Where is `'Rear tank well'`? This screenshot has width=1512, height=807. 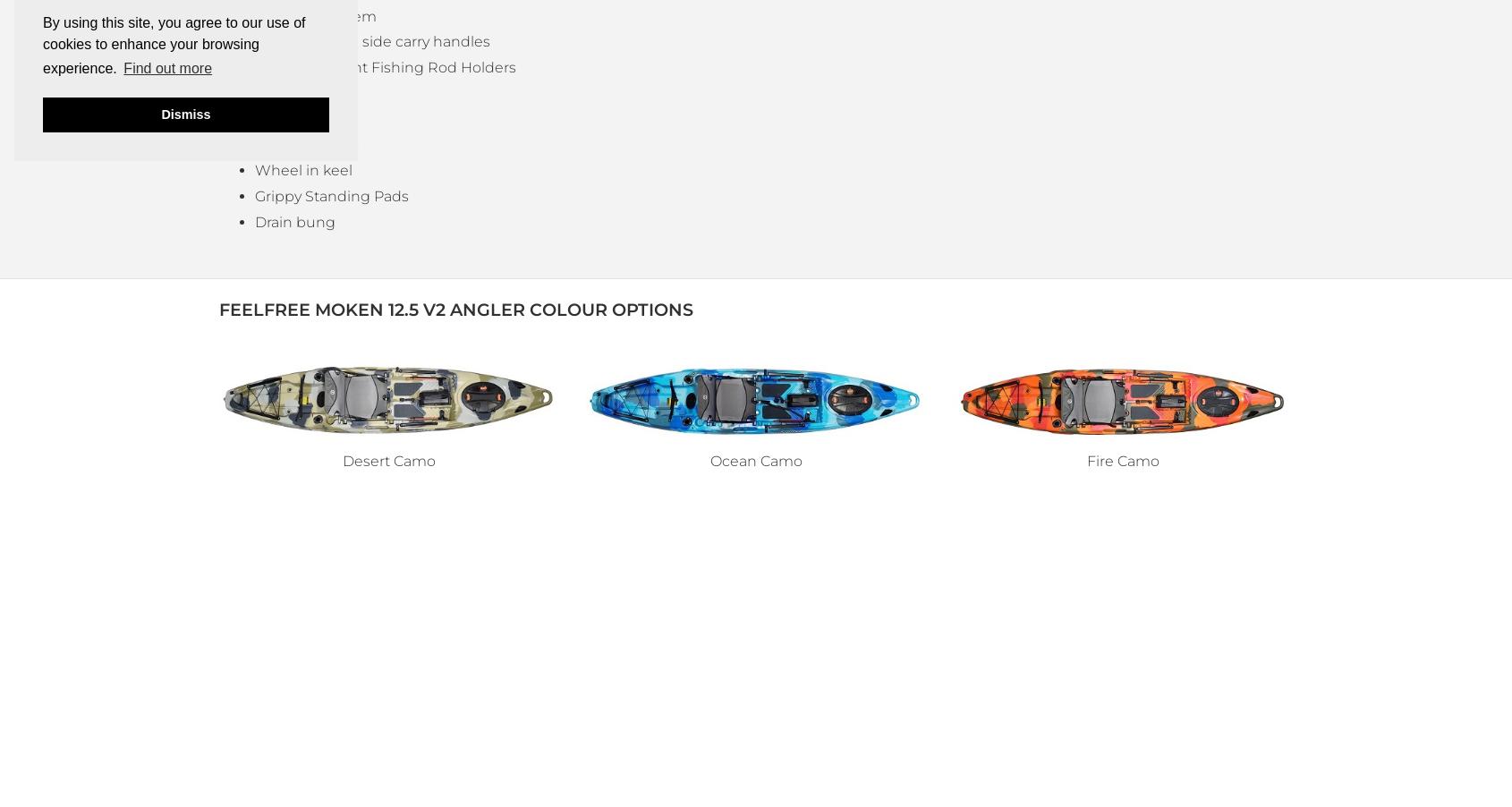 'Rear tank well' is located at coordinates (304, 118).